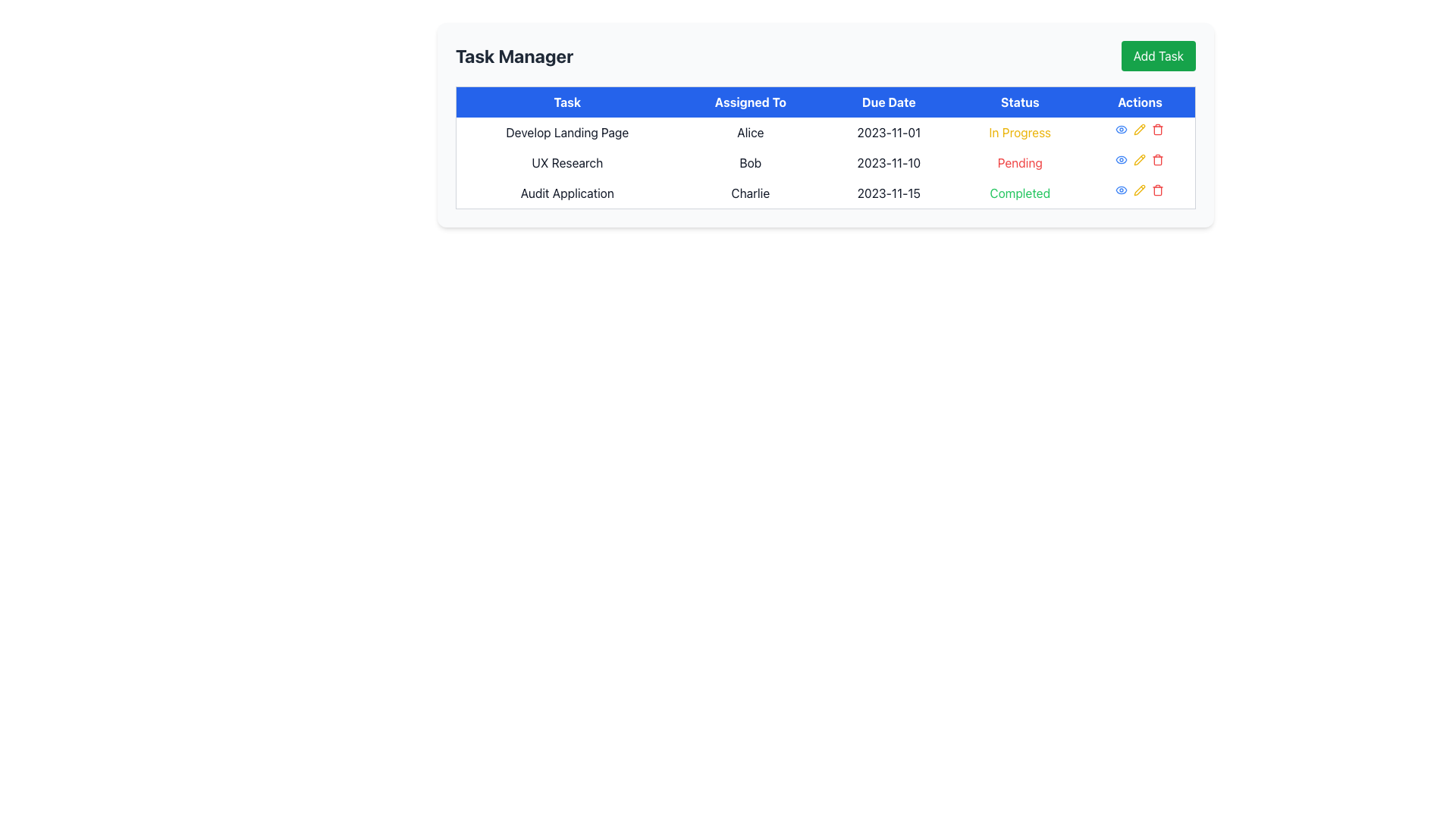  Describe the element at coordinates (1140, 102) in the screenshot. I see `the 'Actions' column label located at the top-right corner of the table header row` at that location.